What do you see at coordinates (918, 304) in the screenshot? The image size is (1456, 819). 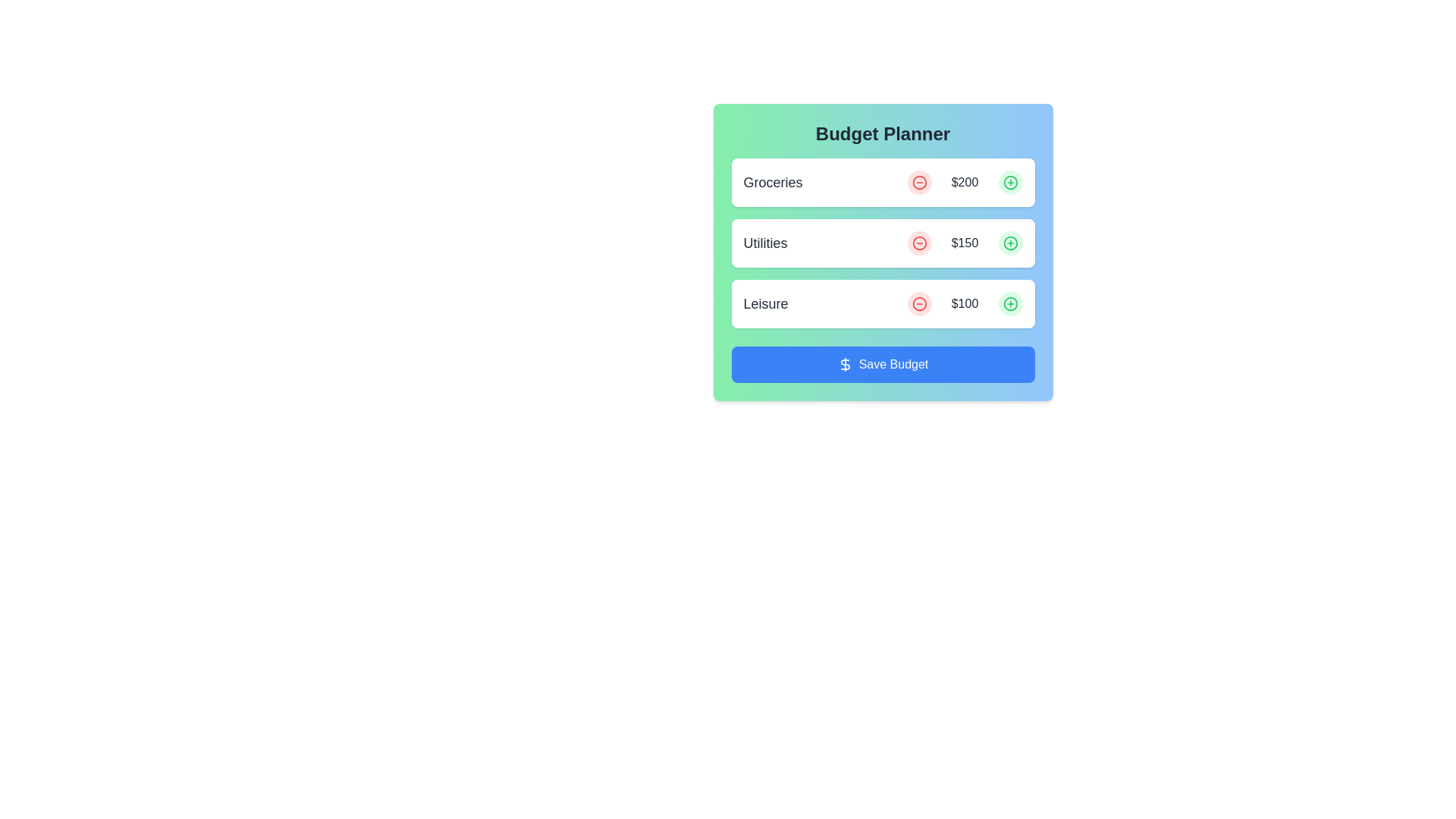 I see `the red stroke circular shape in the third row next to the 'Leisure' label in the budget planner interface` at bounding box center [918, 304].